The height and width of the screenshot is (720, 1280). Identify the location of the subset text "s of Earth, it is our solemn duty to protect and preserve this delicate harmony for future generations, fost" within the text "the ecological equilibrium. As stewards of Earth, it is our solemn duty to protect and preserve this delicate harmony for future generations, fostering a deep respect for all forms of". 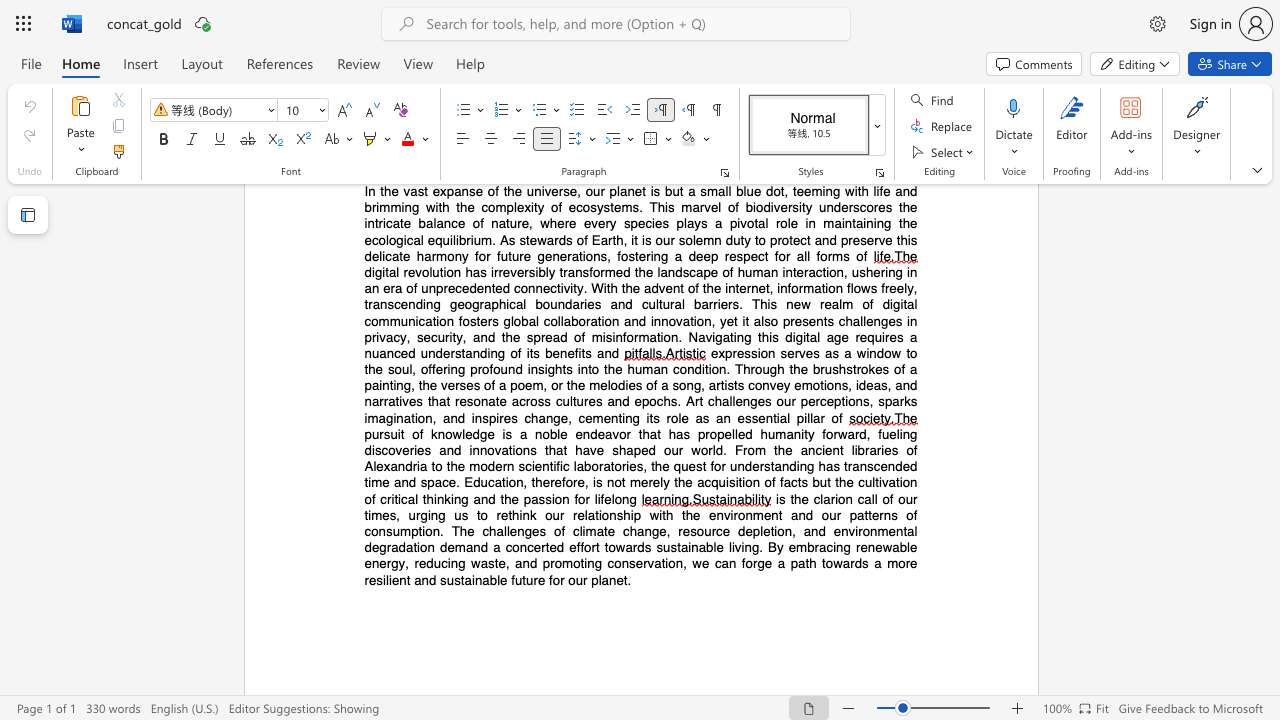
(565, 239).